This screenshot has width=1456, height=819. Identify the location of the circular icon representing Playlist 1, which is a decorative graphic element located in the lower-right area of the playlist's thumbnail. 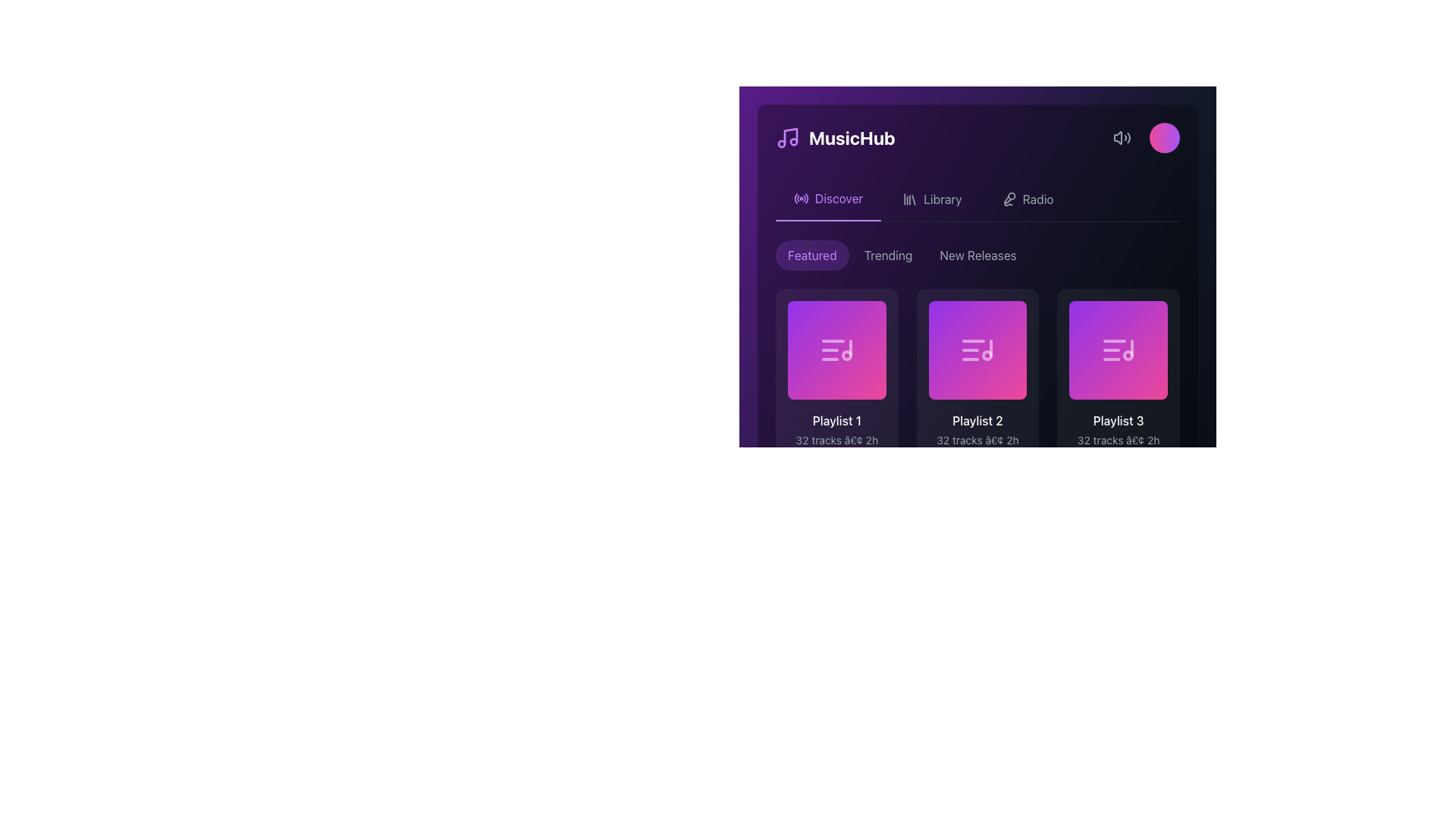
(846, 355).